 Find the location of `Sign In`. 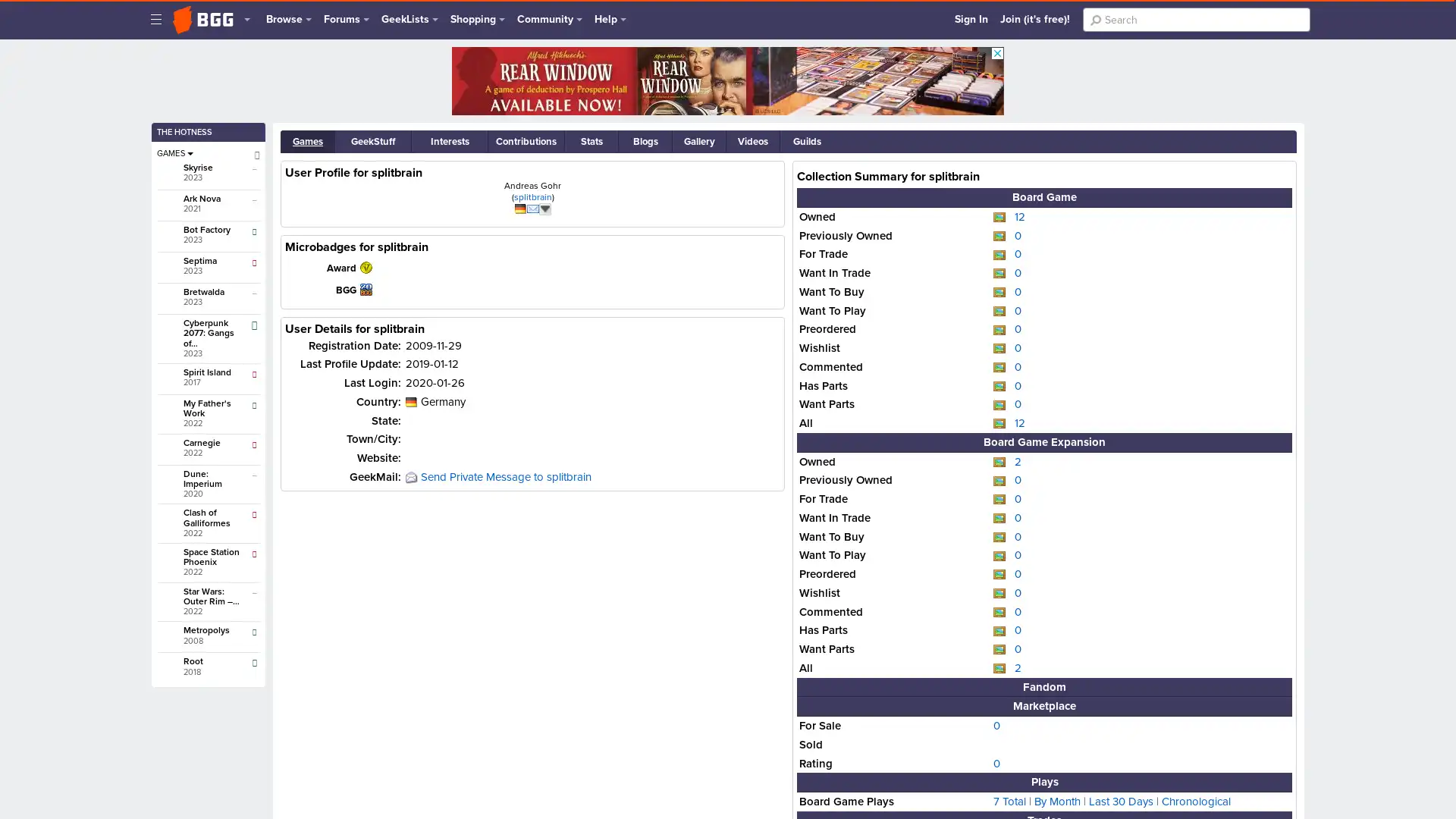

Sign In is located at coordinates (971, 19).